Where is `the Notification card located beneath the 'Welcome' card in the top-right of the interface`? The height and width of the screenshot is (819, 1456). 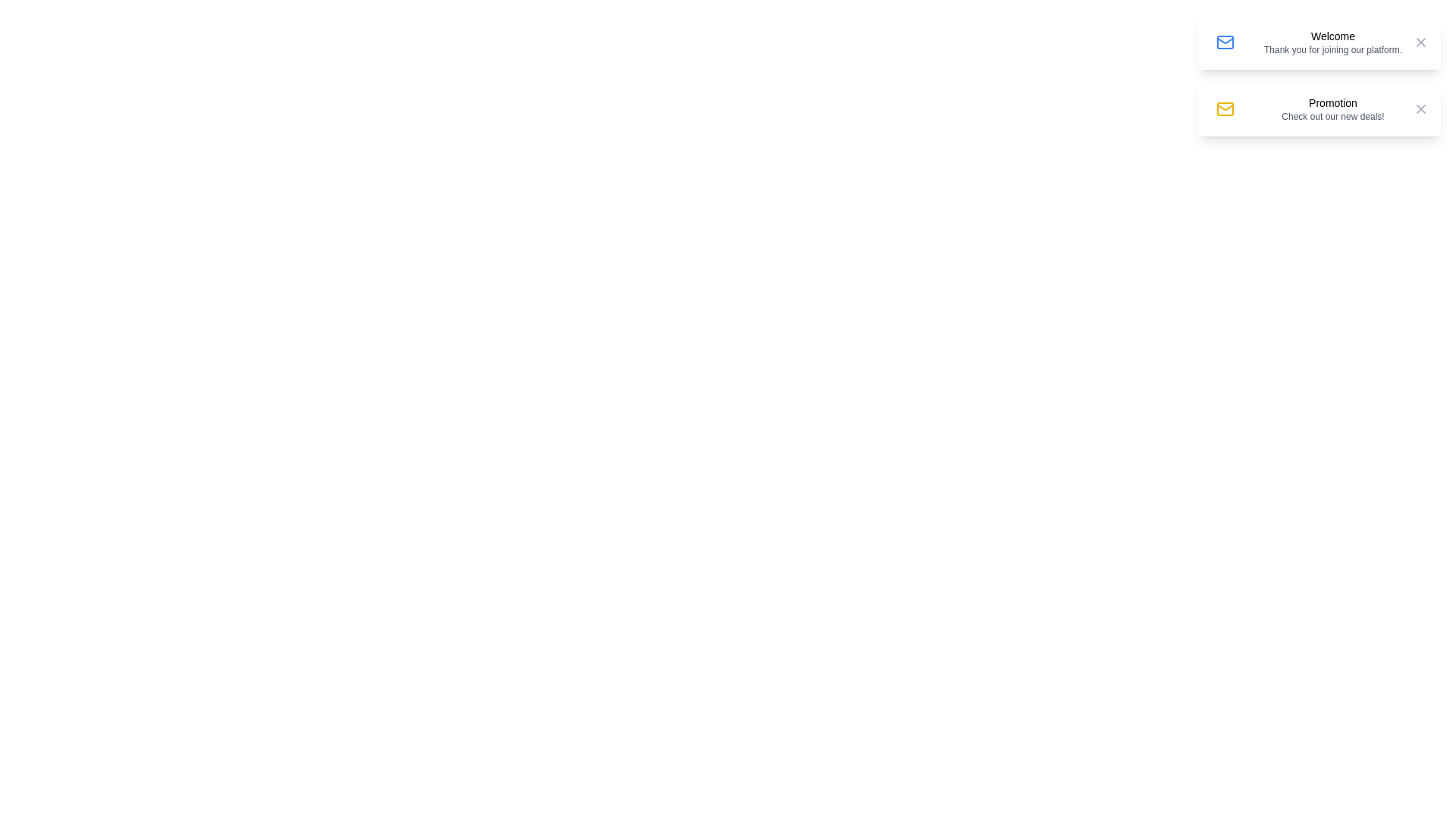 the Notification card located beneath the 'Welcome' card in the top-right of the interface is located at coordinates (1318, 108).